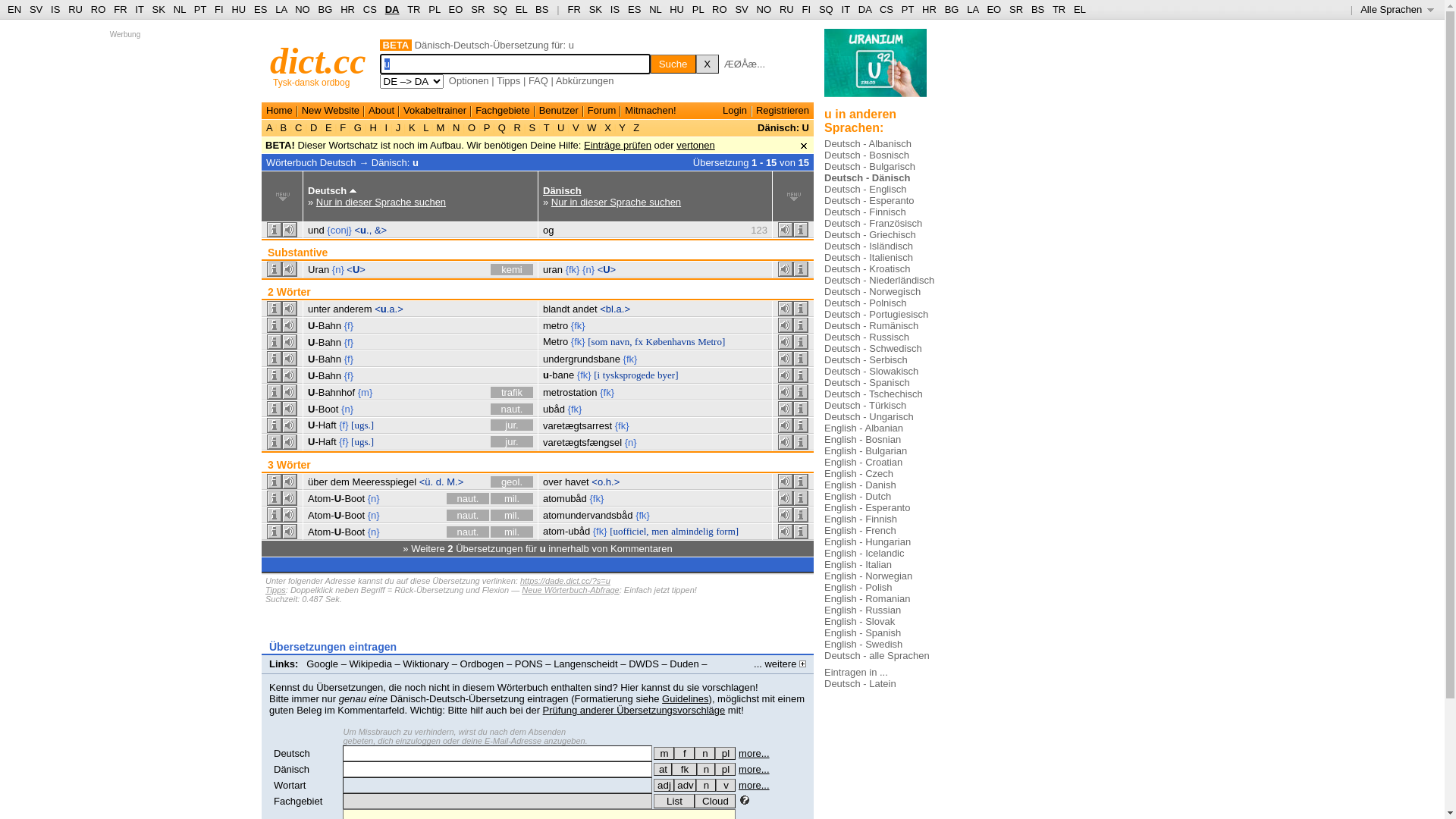 The image size is (1456, 819). What do you see at coordinates (823, 450) in the screenshot?
I see `'English - Bulgarian'` at bounding box center [823, 450].